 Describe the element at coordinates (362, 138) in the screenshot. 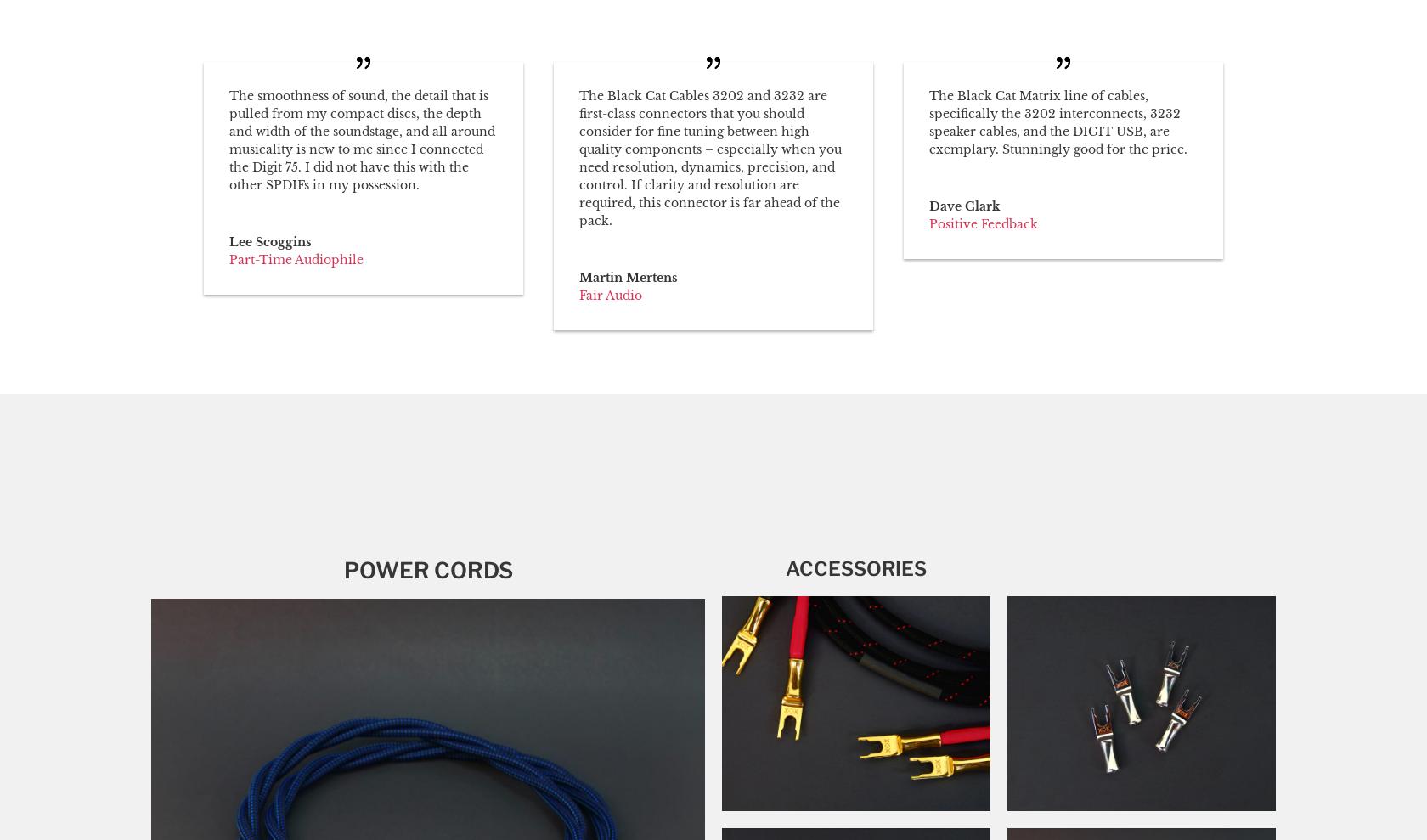

I see `'The smoothness of sound, the detail that is pulled from my compact discs, the depth and width of the soundstage, and all around musicality is new to me since I connected the Digit 75. I did not have this with the other SPDIFs in my possession.'` at that location.